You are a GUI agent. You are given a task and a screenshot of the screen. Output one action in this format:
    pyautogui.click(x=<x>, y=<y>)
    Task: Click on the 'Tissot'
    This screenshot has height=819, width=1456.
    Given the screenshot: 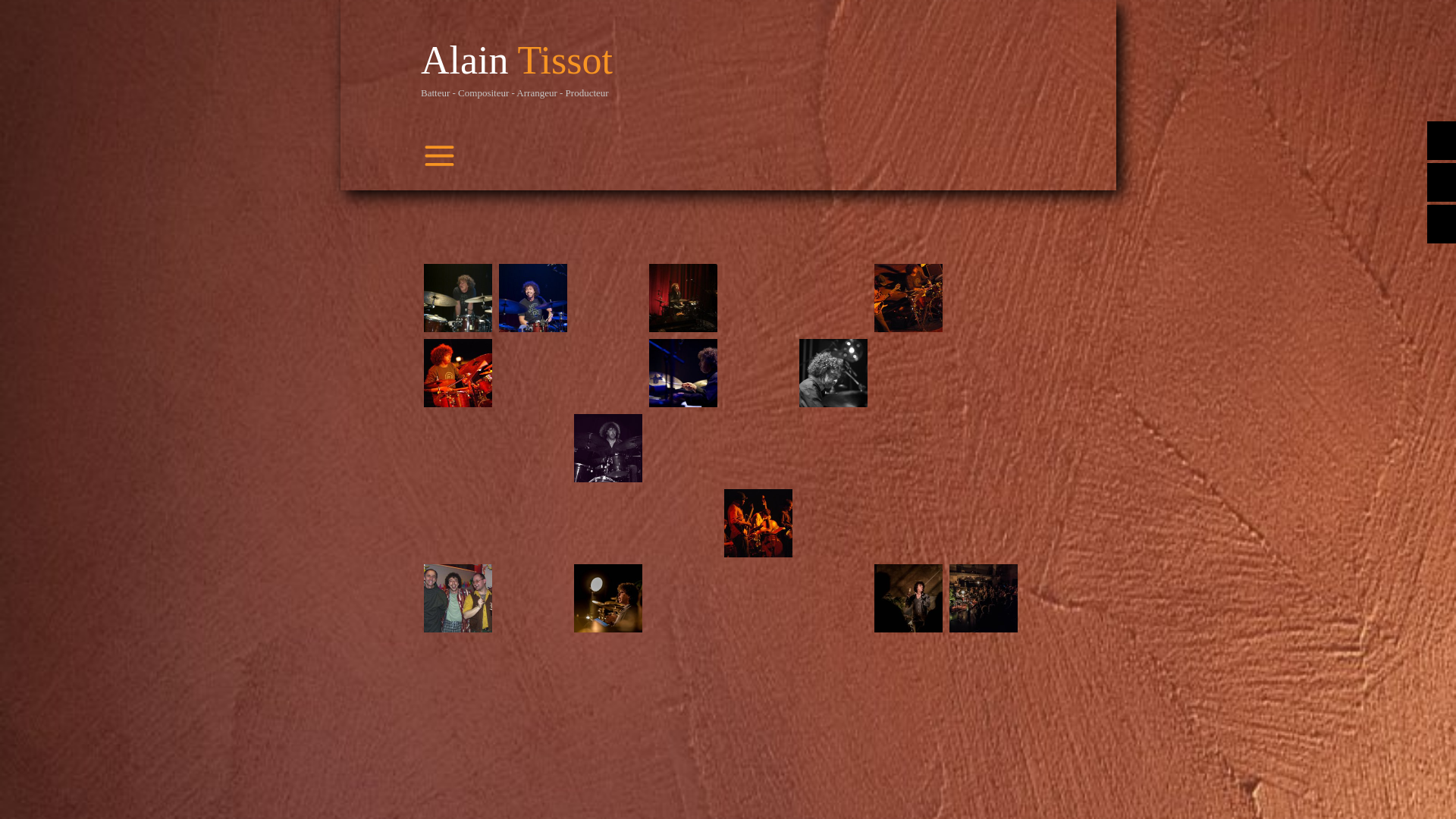 What is the action you would take?
    pyautogui.click(x=564, y=59)
    